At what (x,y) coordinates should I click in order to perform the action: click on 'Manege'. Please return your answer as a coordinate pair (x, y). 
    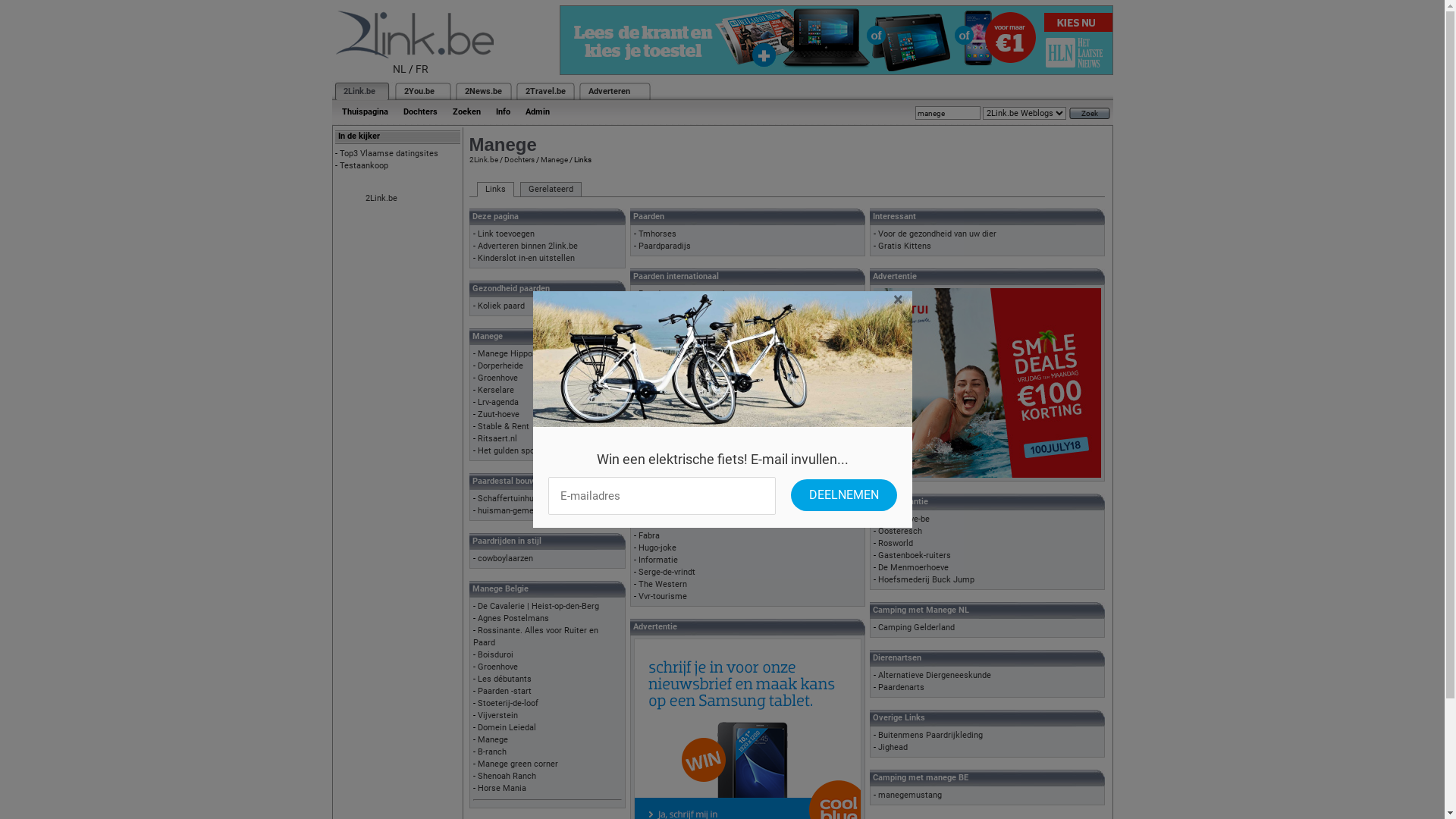
    Looking at the image, I should click on (492, 739).